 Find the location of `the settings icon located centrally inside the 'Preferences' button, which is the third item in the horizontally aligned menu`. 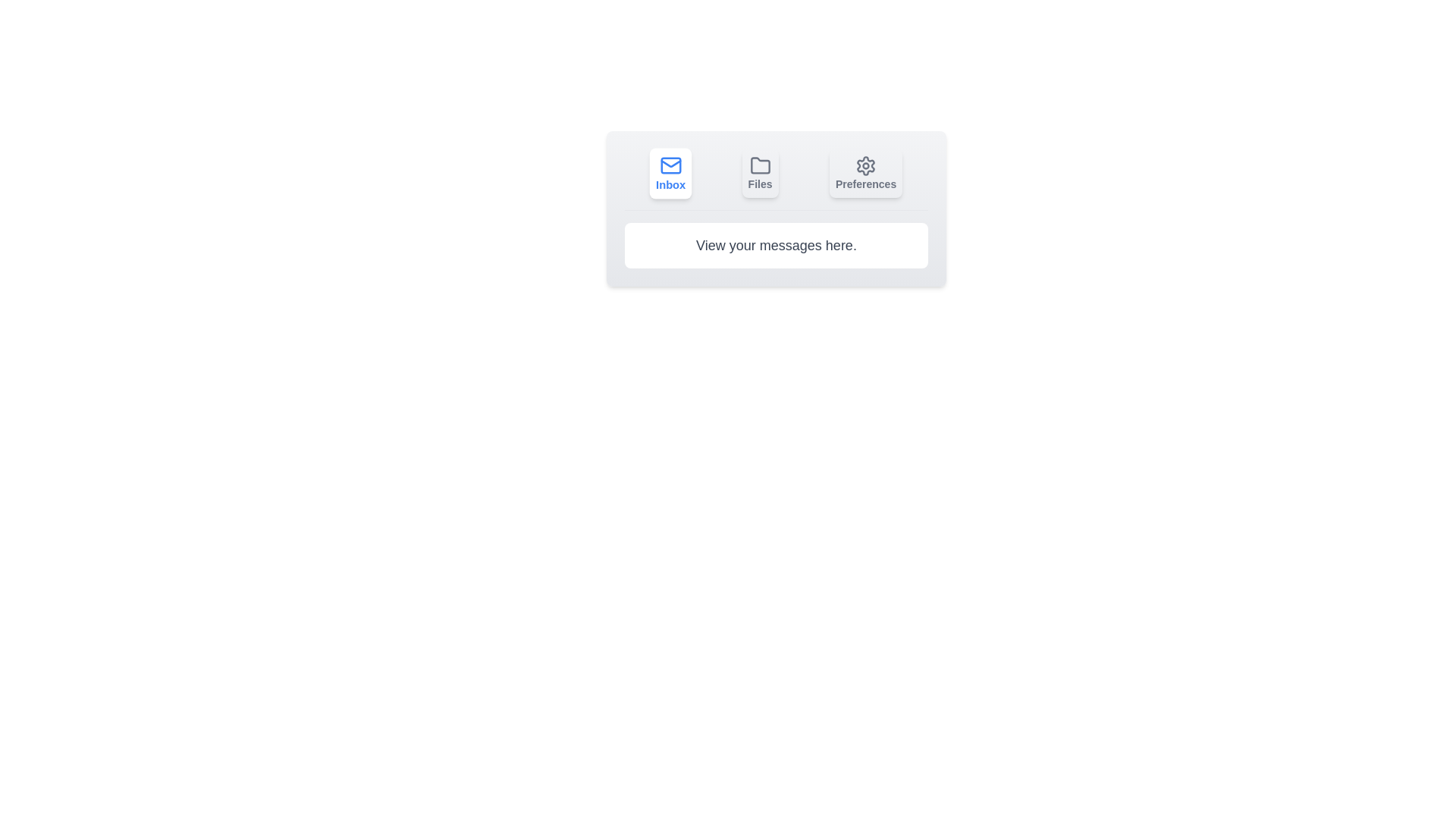

the settings icon located centrally inside the 'Preferences' button, which is the third item in the horizontally aligned menu is located at coordinates (866, 166).